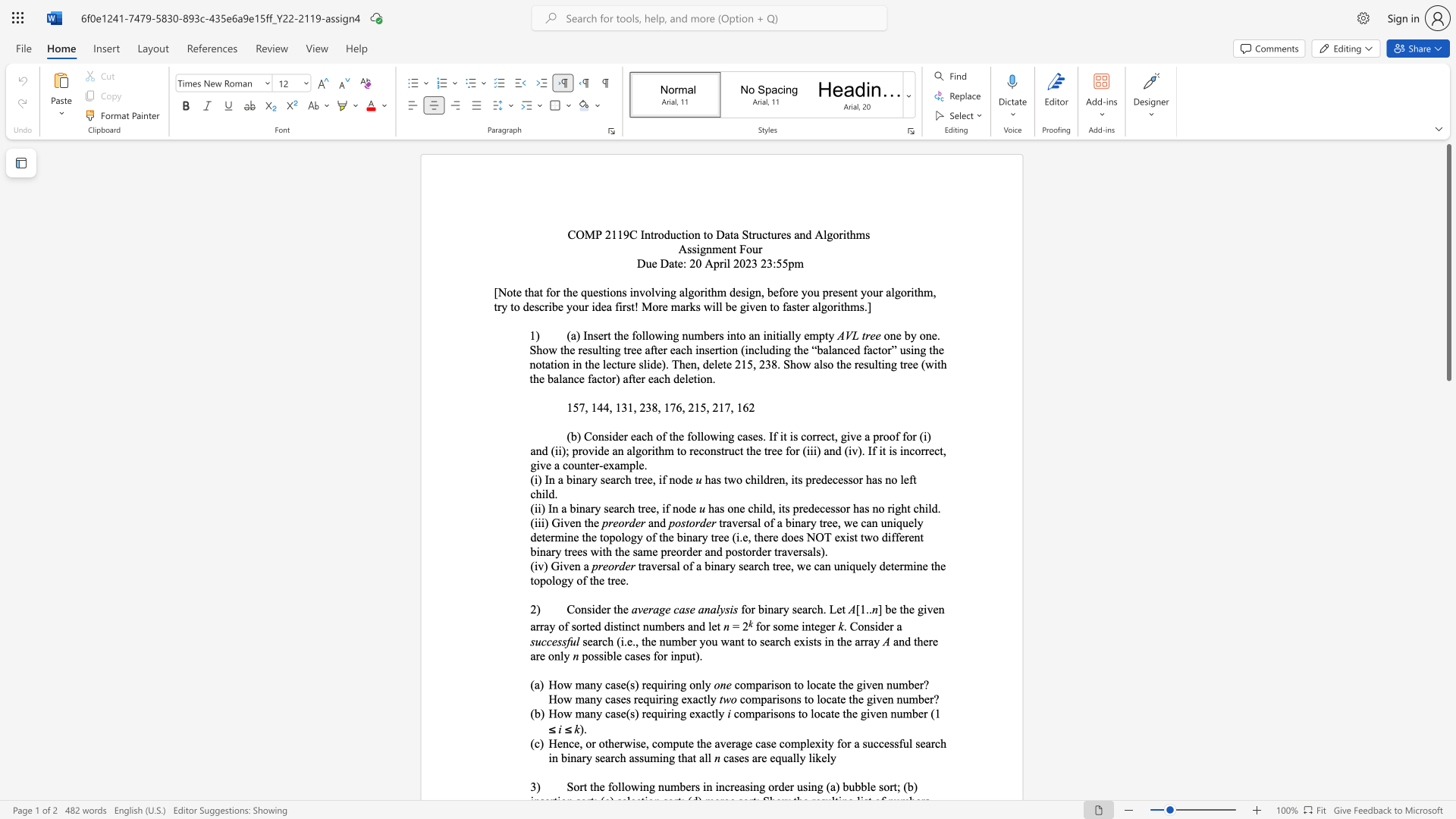 This screenshot has width=1456, height=819. Describe the element at coordinates (530, 642) in the screenshot. I see `the subset text "succ" within the text "successful"` at that location.